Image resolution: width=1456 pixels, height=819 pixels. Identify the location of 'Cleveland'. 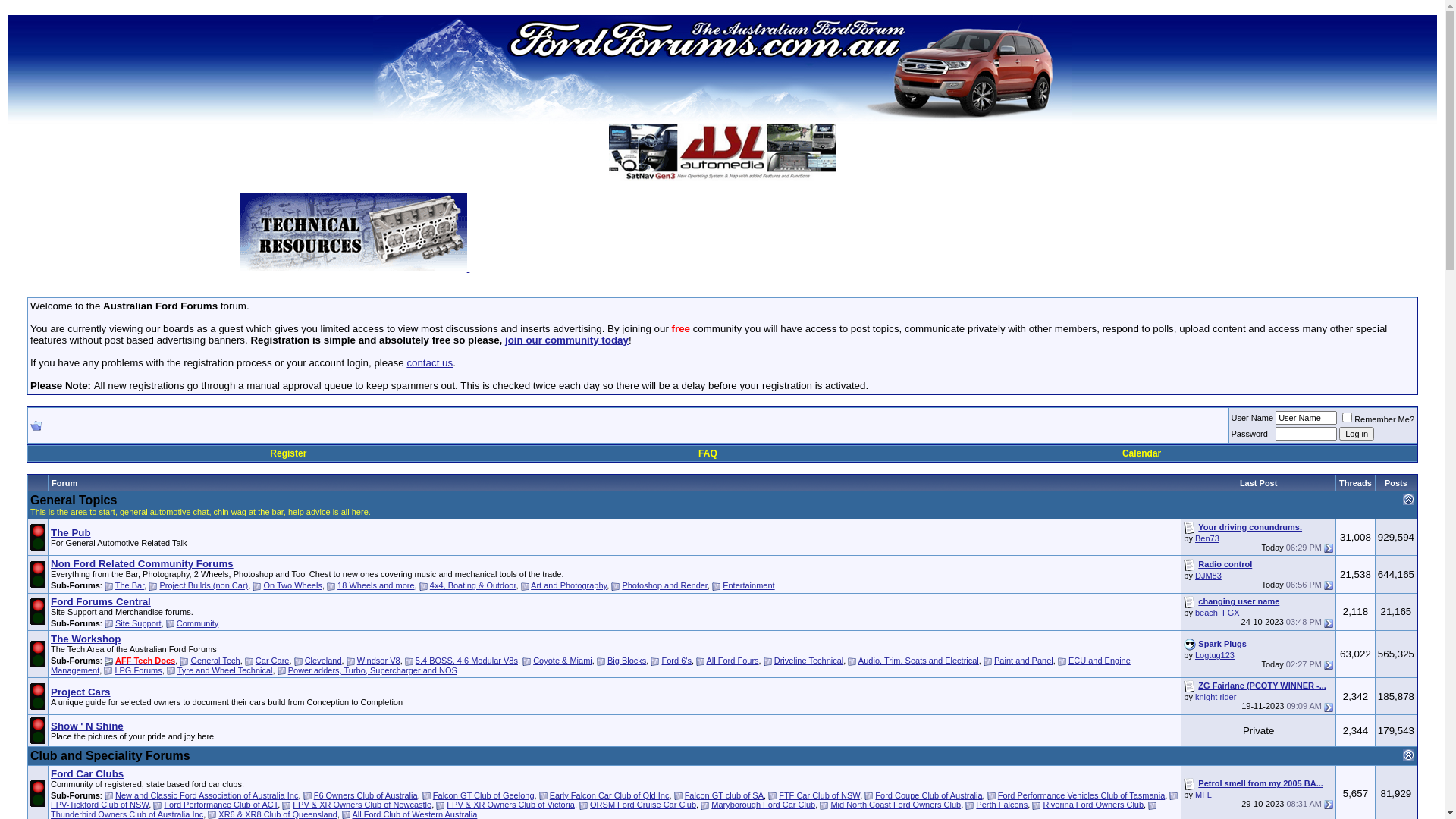
(322, 660).